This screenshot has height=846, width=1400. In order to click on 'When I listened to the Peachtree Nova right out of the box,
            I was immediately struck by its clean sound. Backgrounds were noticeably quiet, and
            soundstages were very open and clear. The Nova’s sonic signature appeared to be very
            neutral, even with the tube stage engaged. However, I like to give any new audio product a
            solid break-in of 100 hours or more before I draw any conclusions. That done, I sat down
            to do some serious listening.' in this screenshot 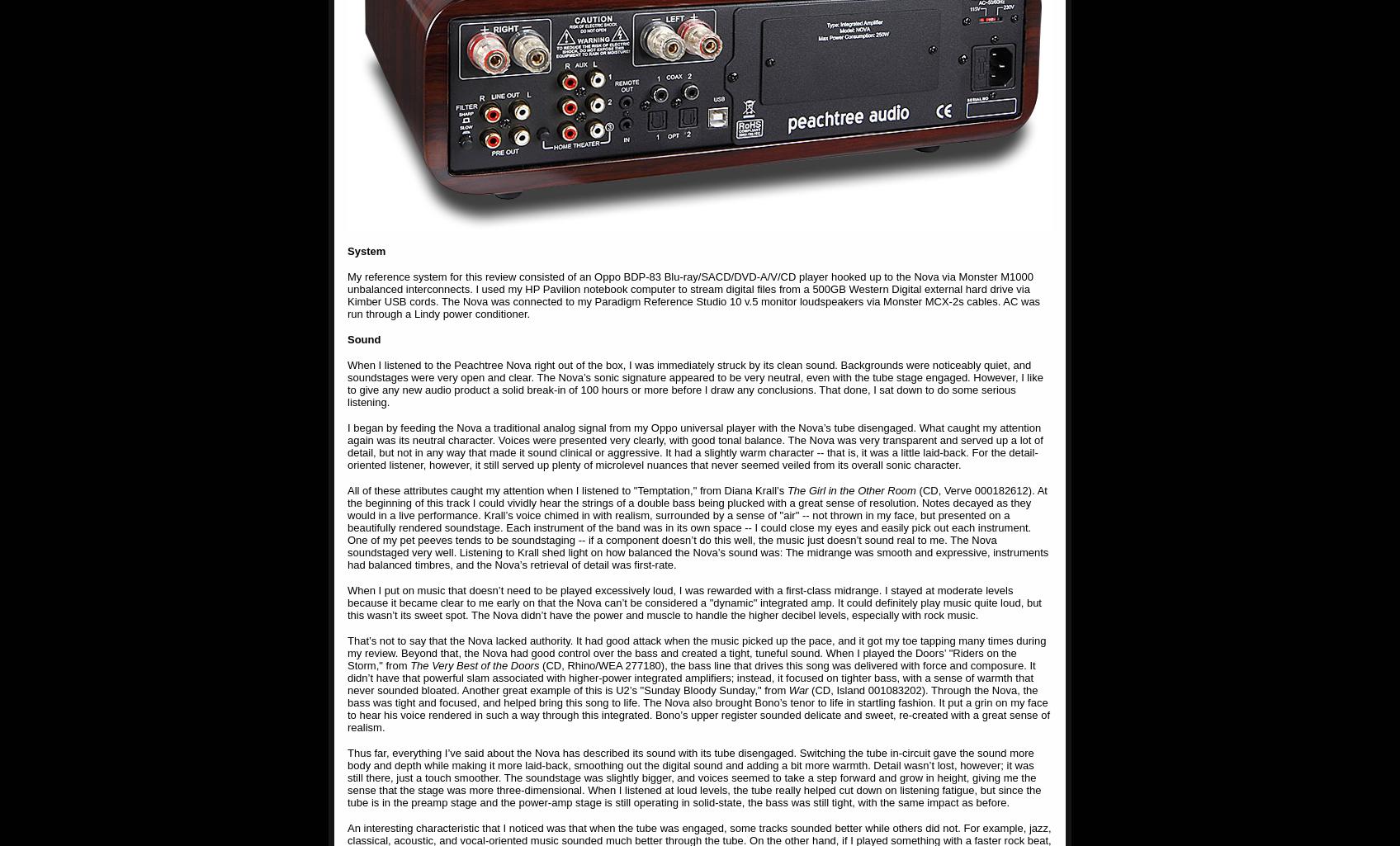, I will do `click(694, 383)`.